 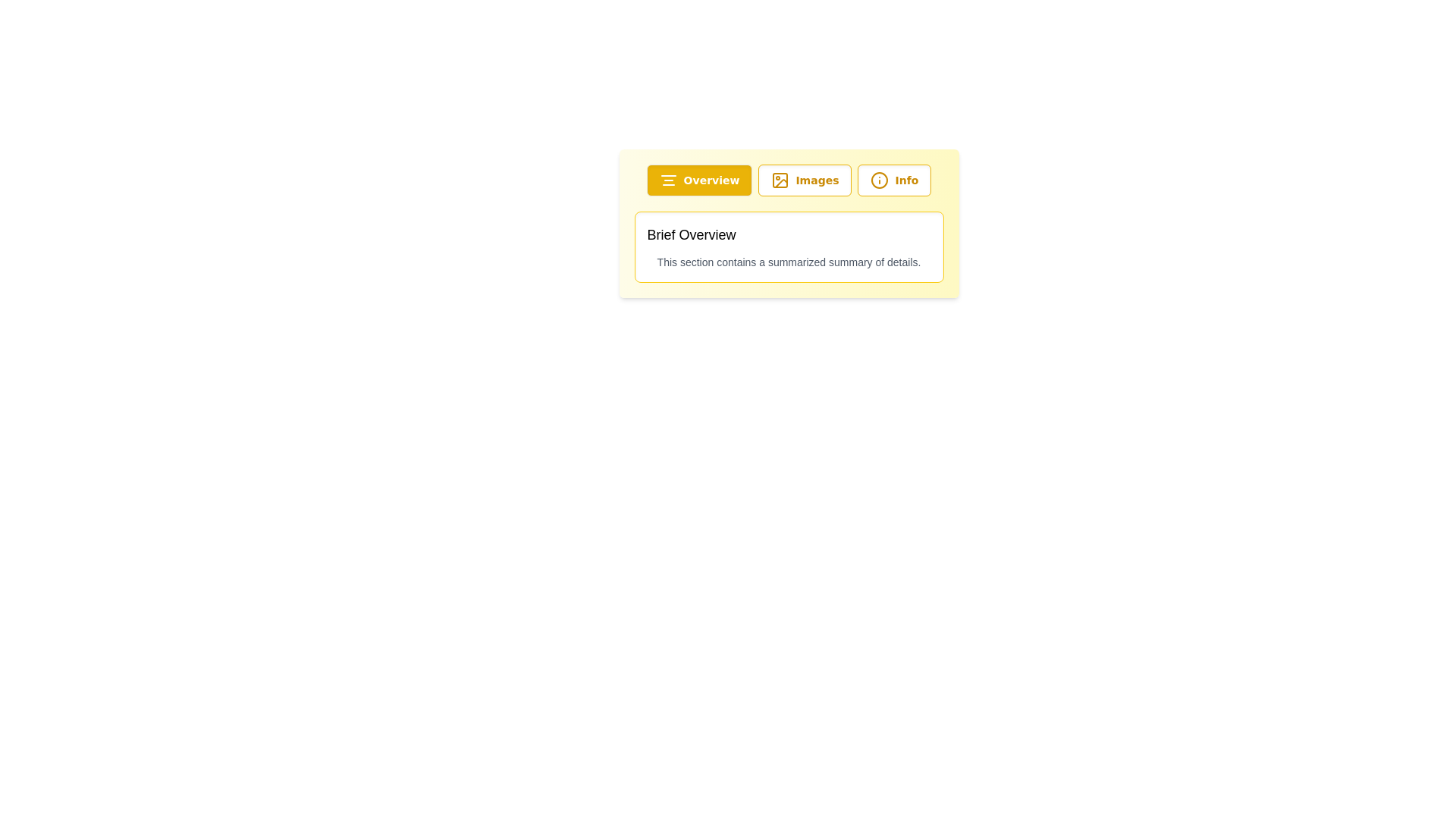 I want to click on the button located to the far right in a horizontal row of three buttons, which is expected, so click(x=894, y=180).